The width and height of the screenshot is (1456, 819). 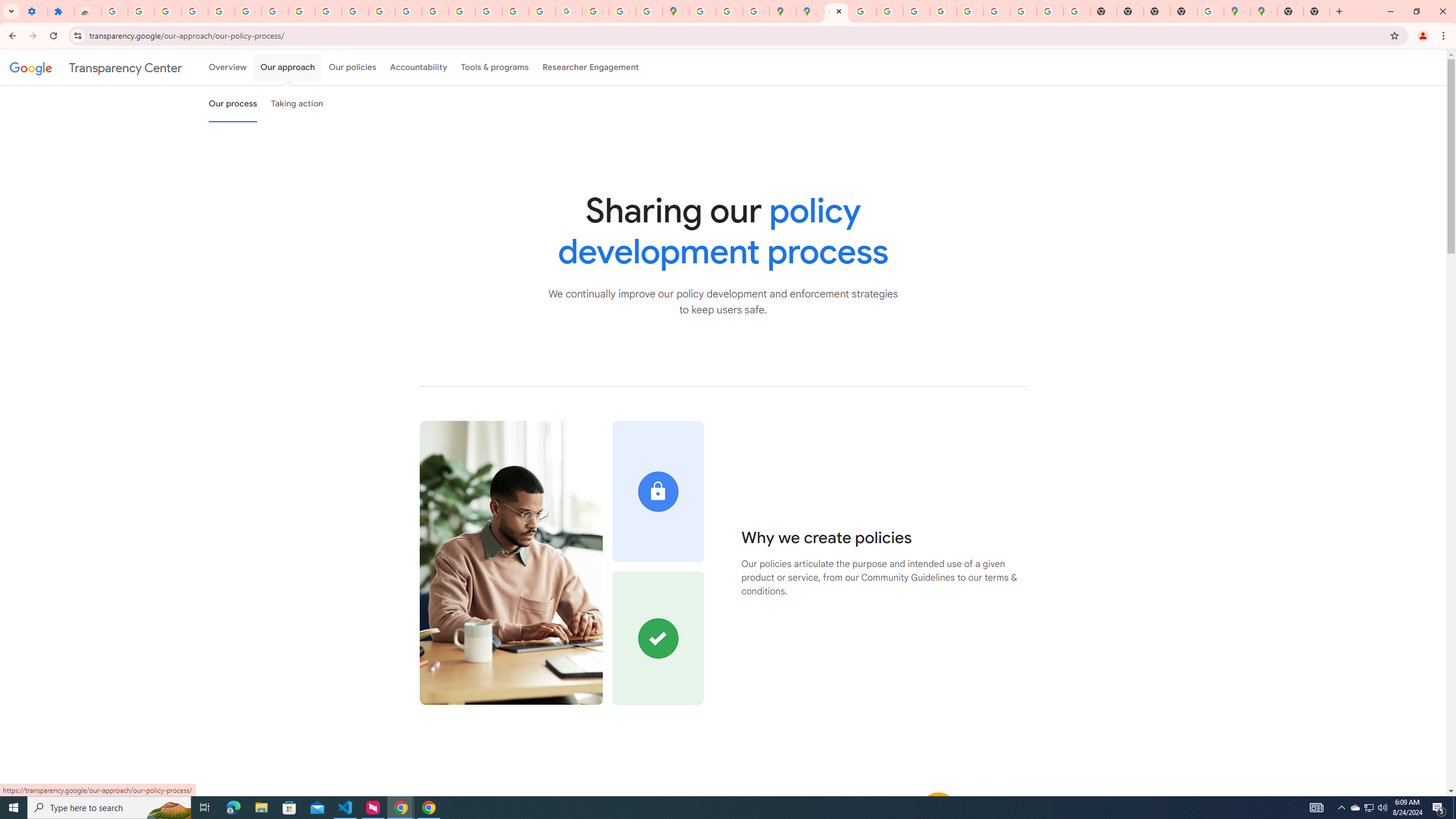 What do you see at coordinates (88, 11) in the screenshot?
I see `'Reviews: Helix Fruit Jump Arcade Game'` at bounding box center [88, 11].